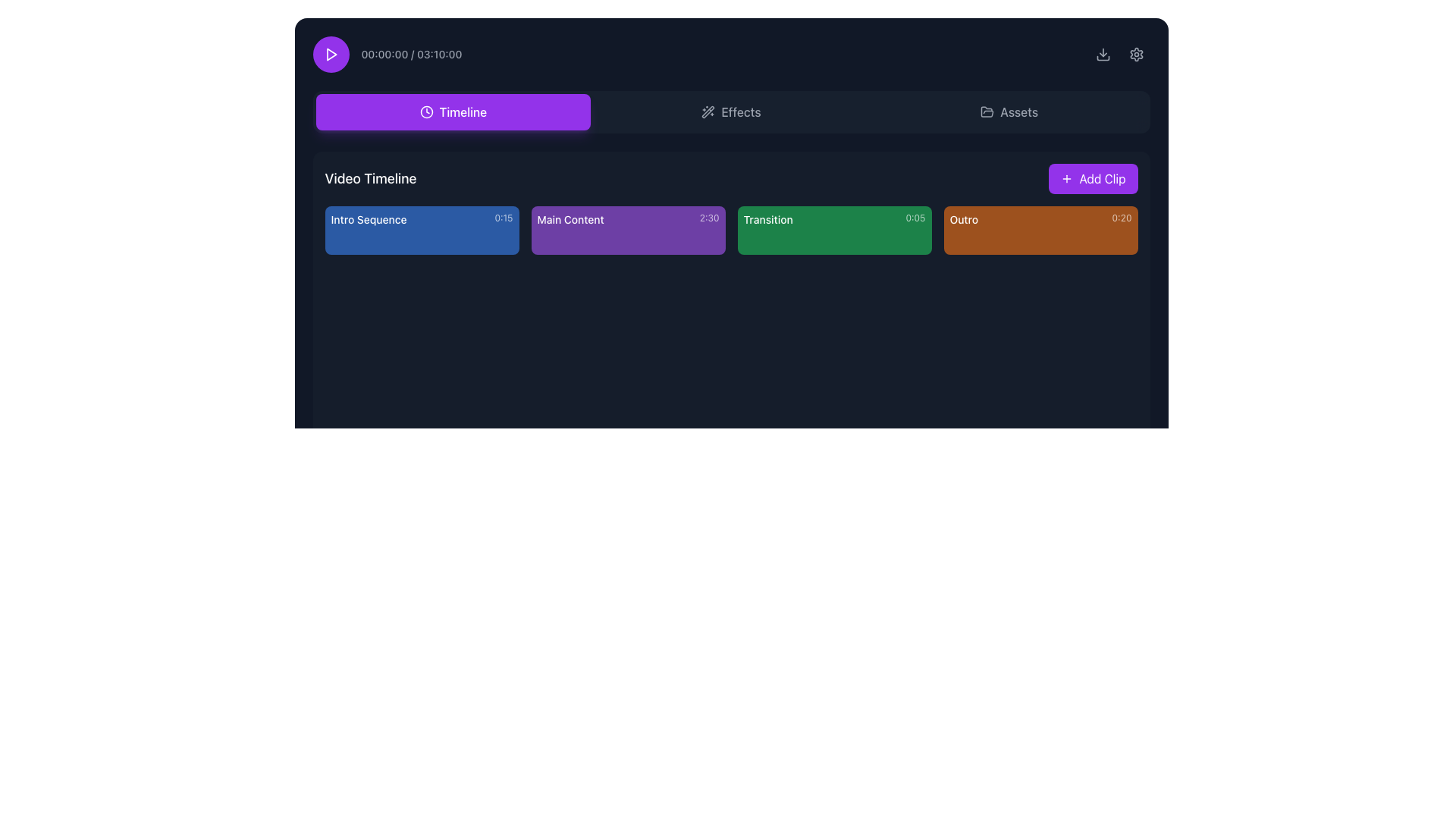 The height and width of the screenshot is (819, 1456). Describe the element at coordinates (1103, 54) in the screenshot. I see `the download icon button, which resembles a downward arrow pointing into a square, located at the top-right corner of the interface to initiate a download` at that location.